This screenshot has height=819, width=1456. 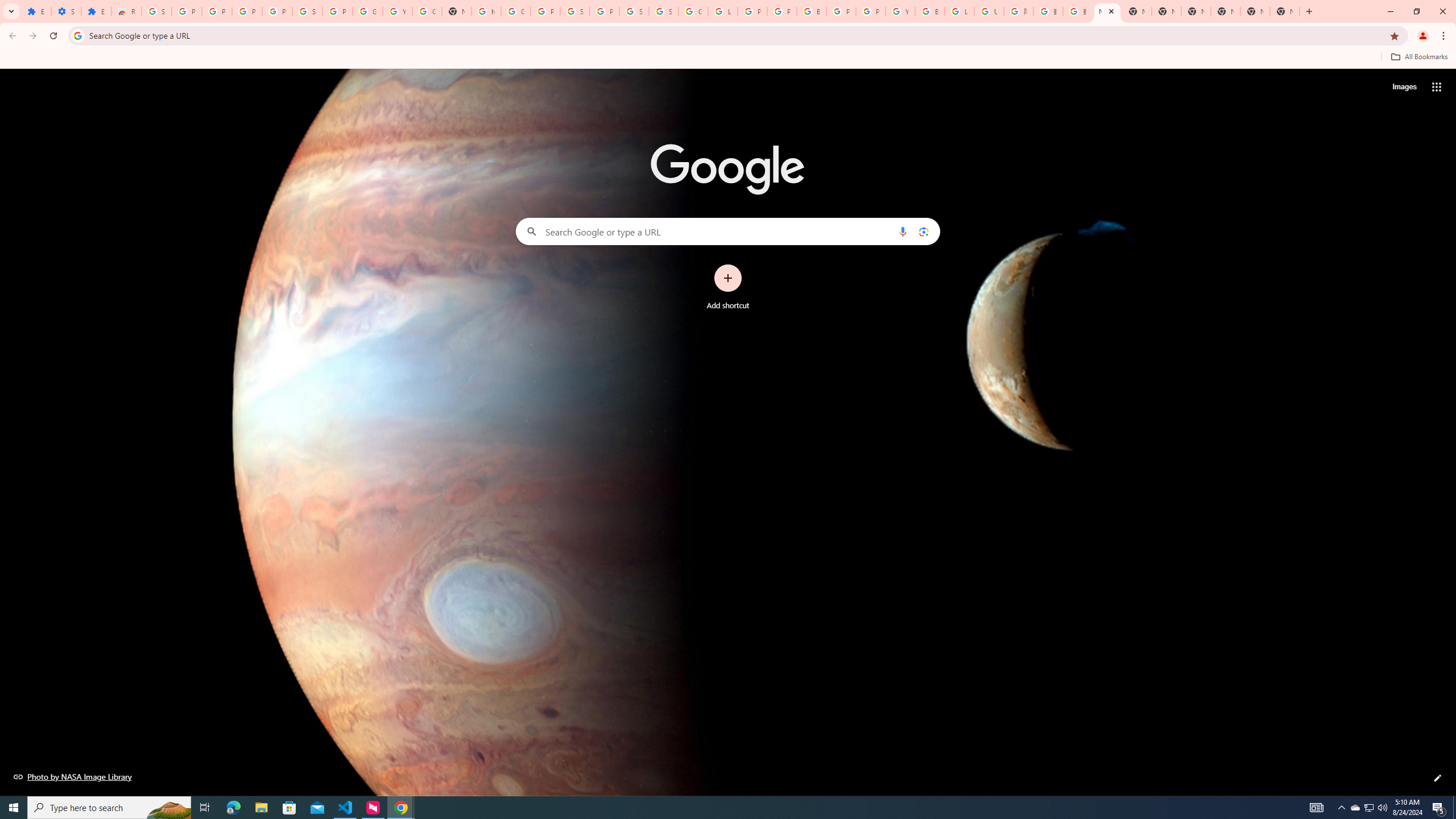 What do you see at coordinates (65, 11) in the screenshot?
I see `'Settings'` at bounding box center [65, 11].